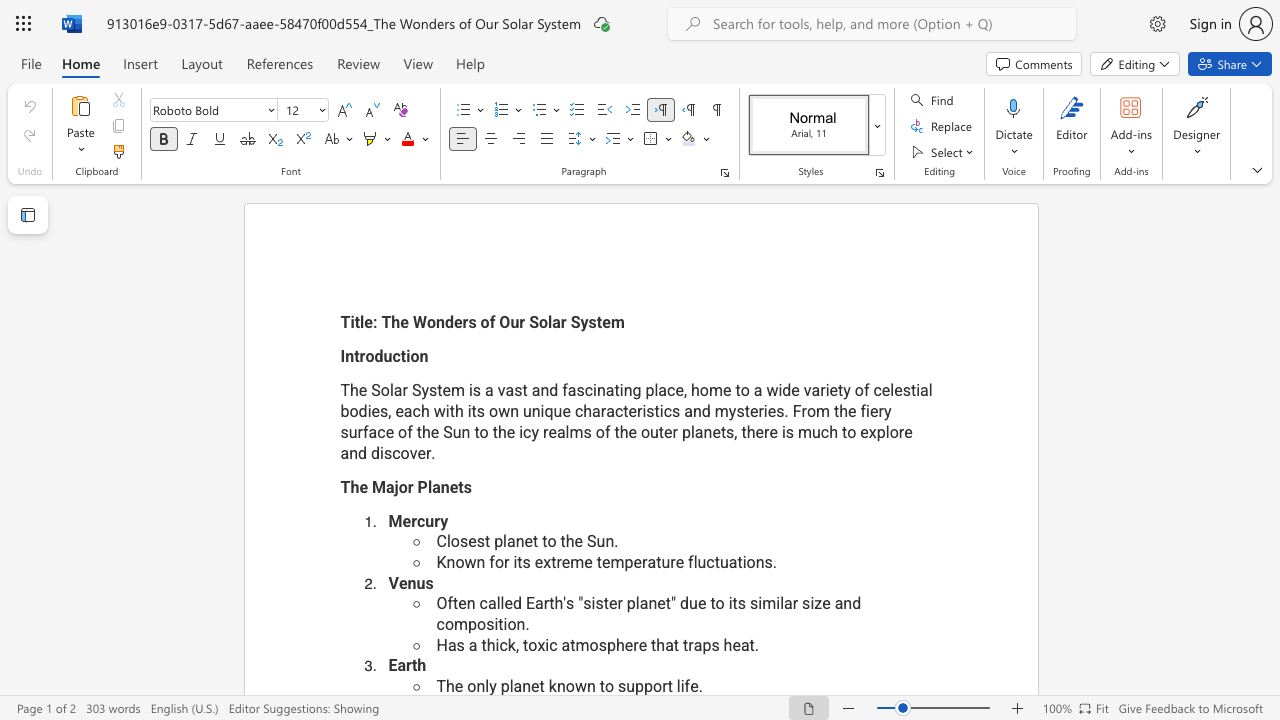 Image resolution: width=1280 pixels, height=720 pixels. I want to click on the 2th character "S" in the text, so click(415, 390).